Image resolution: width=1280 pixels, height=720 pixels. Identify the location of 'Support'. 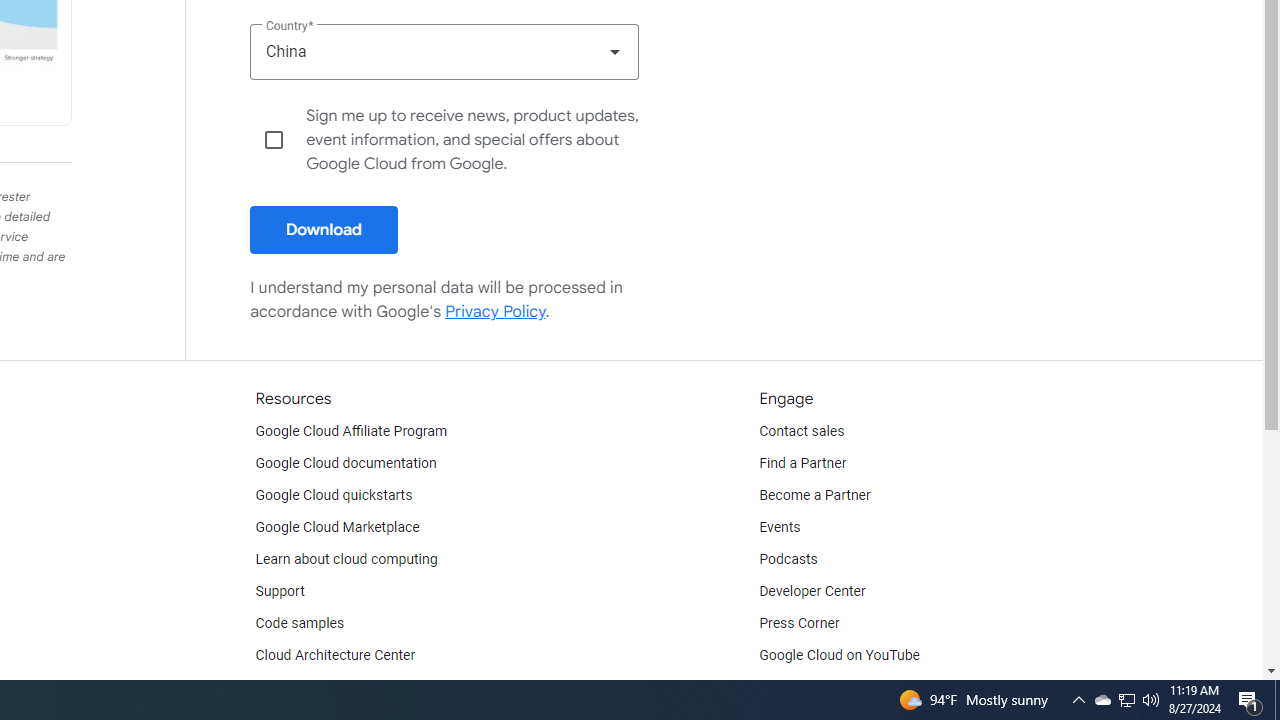
(278, 590).